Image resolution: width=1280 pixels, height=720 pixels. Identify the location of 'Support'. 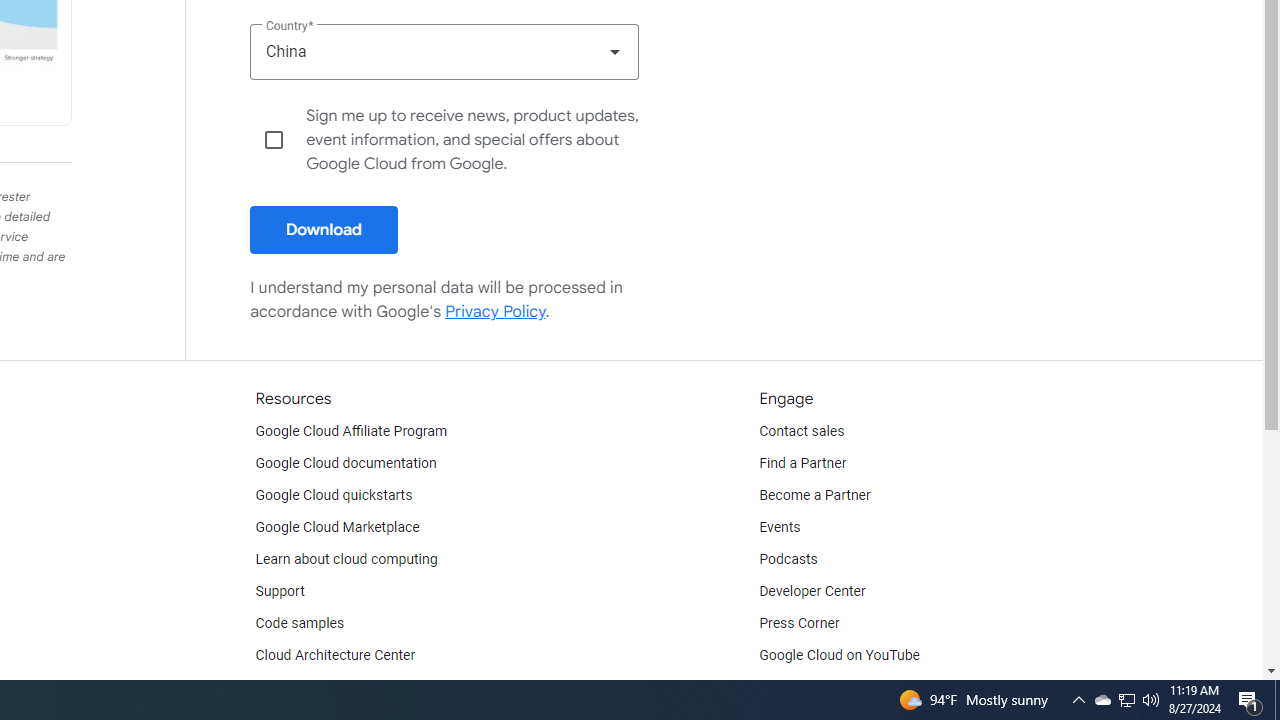
(278, 590).